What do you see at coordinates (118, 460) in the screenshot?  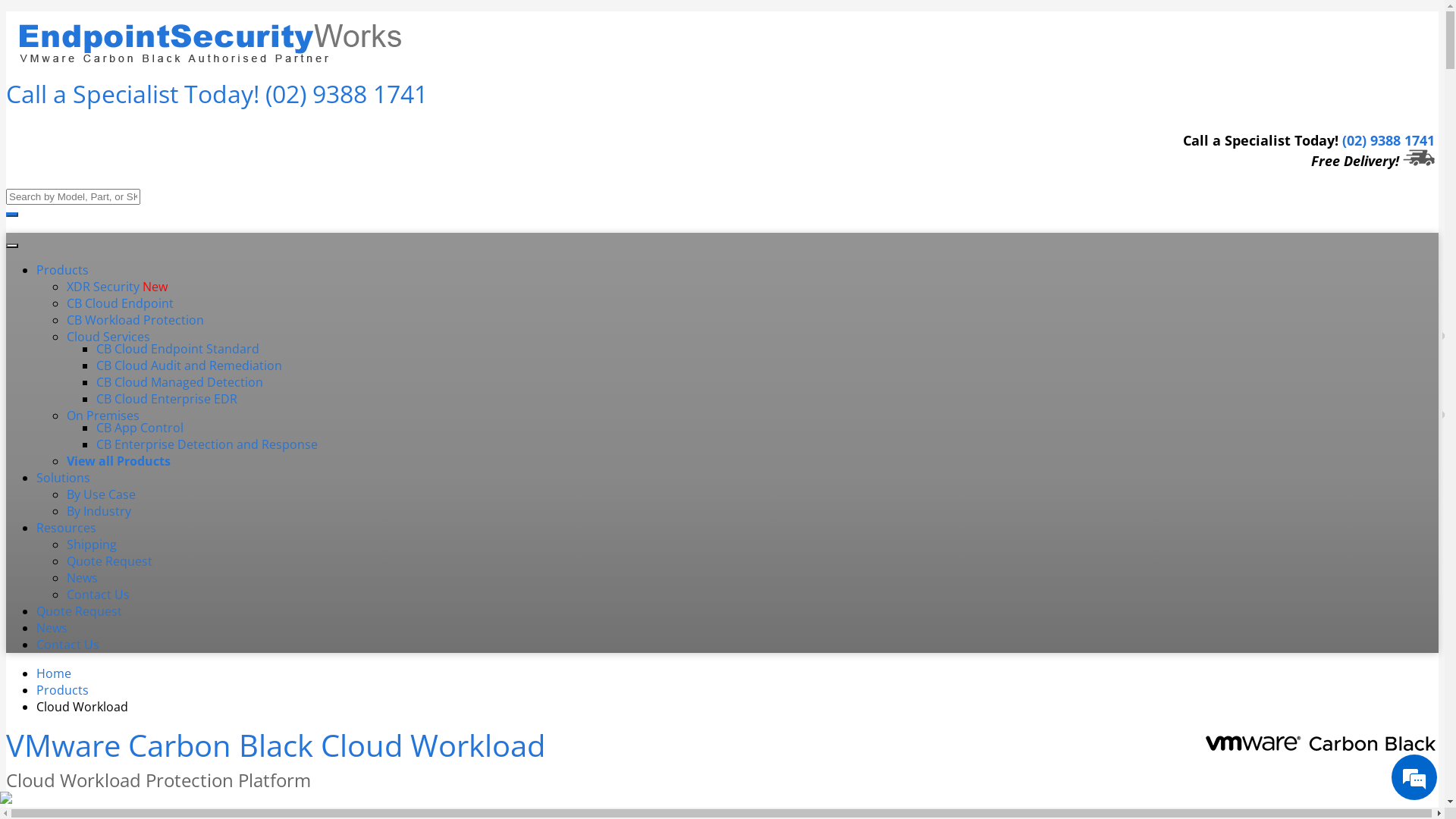 I see `'View all Products'` at bounding box center [118, 460].